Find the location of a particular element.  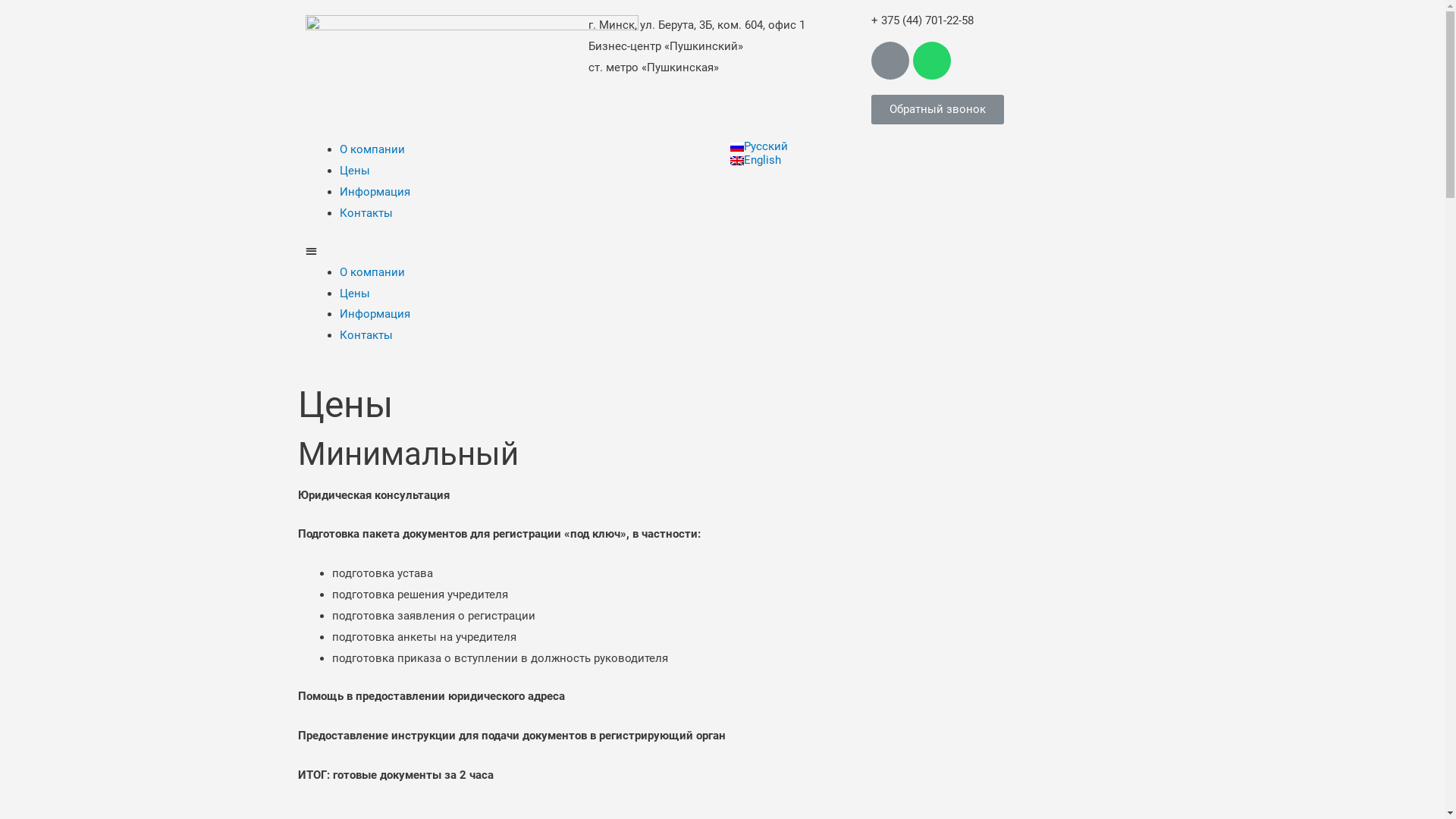

'English' is located at coordinates (729, 160).